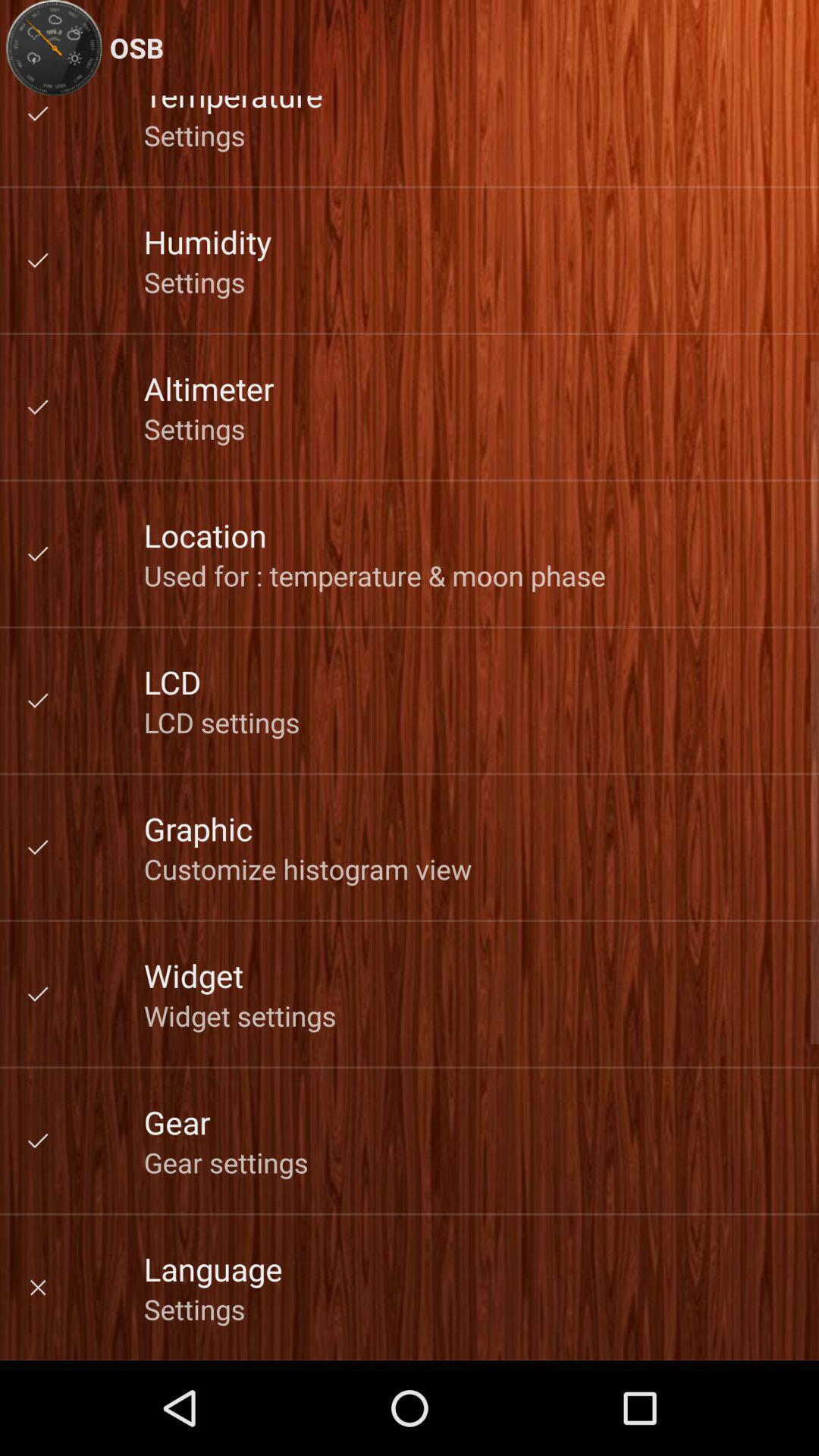 Image resolution: width=819 pixels, height=1456 pixels. What do you see at coordinates (213, 1269) in the screenshot?
I see `language` at bounding box center [213, 1269].